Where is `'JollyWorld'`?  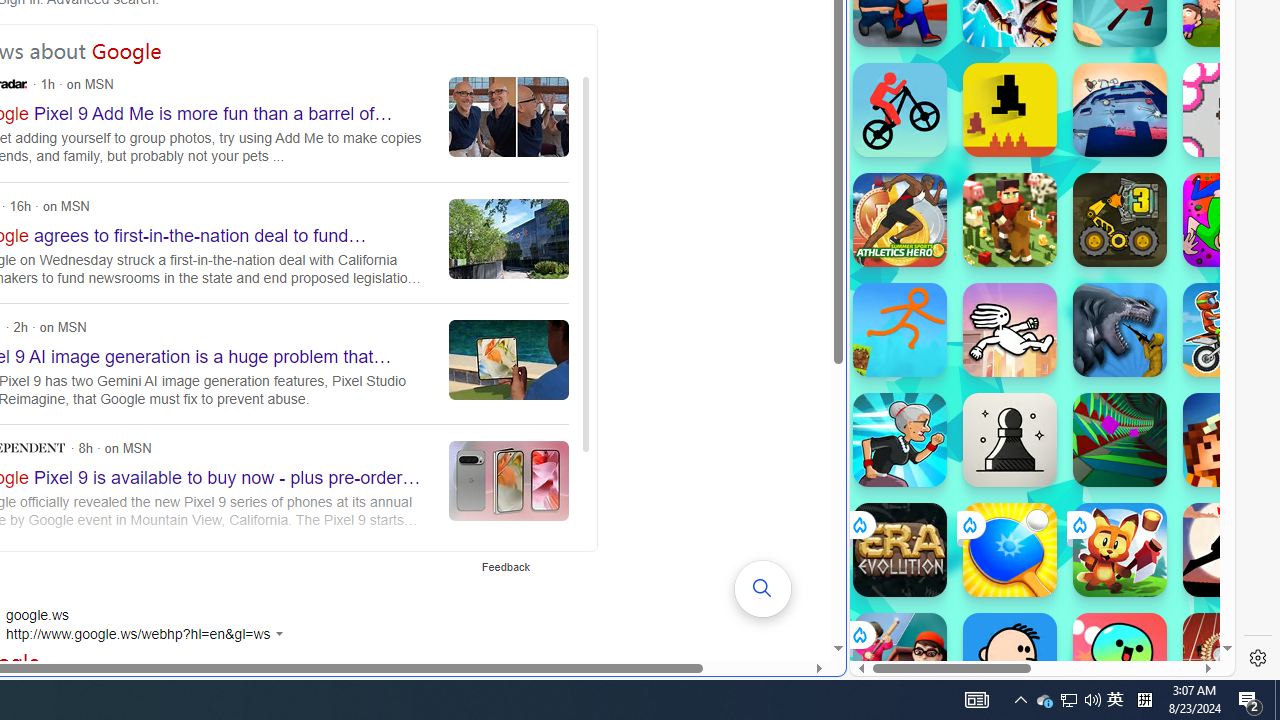 'JollyWorld' is located at coordinates (1229, 219).